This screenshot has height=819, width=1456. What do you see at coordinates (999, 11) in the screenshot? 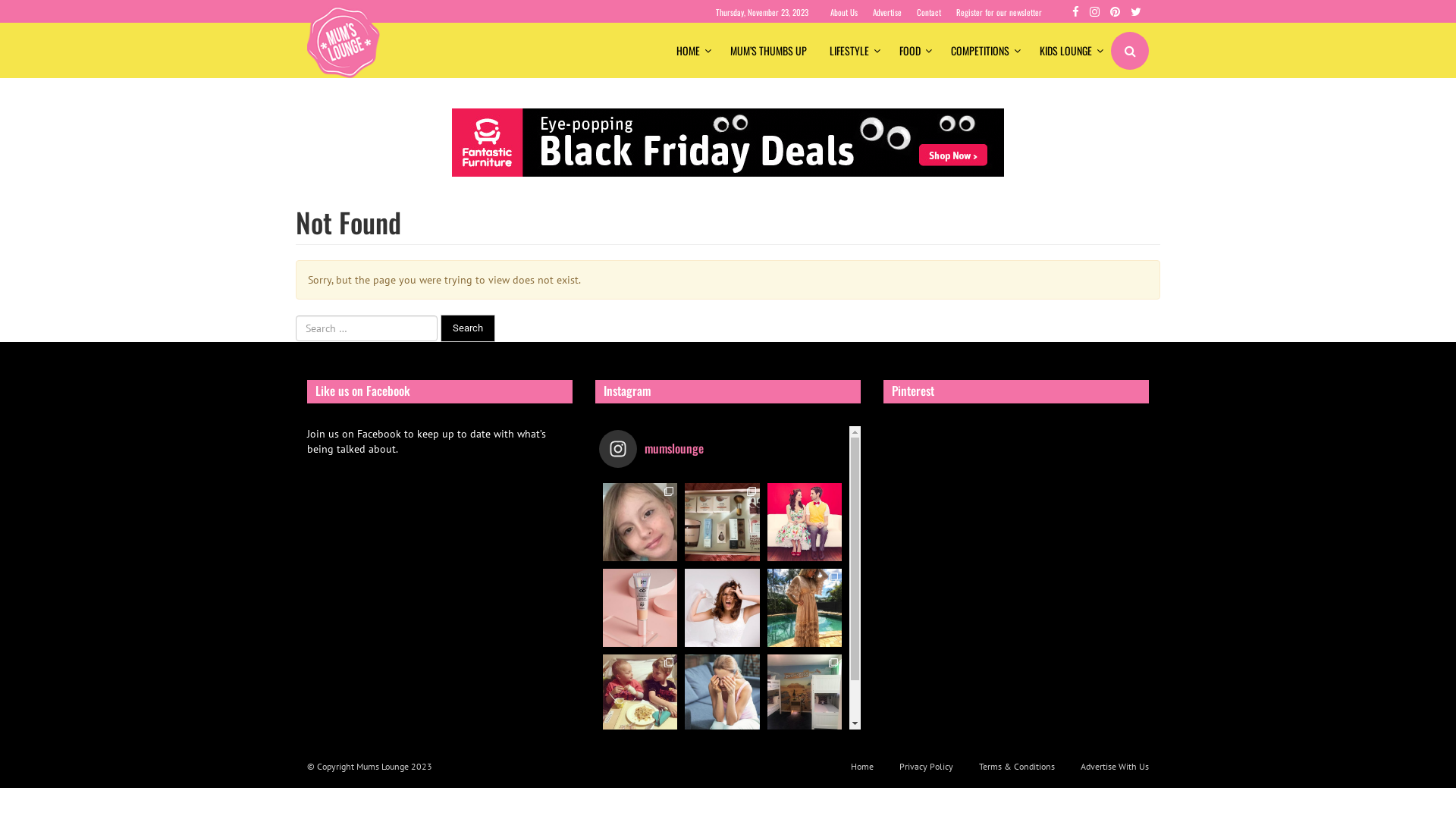
I see `'Register for our newsletter'` at bounding box center [999, 11].